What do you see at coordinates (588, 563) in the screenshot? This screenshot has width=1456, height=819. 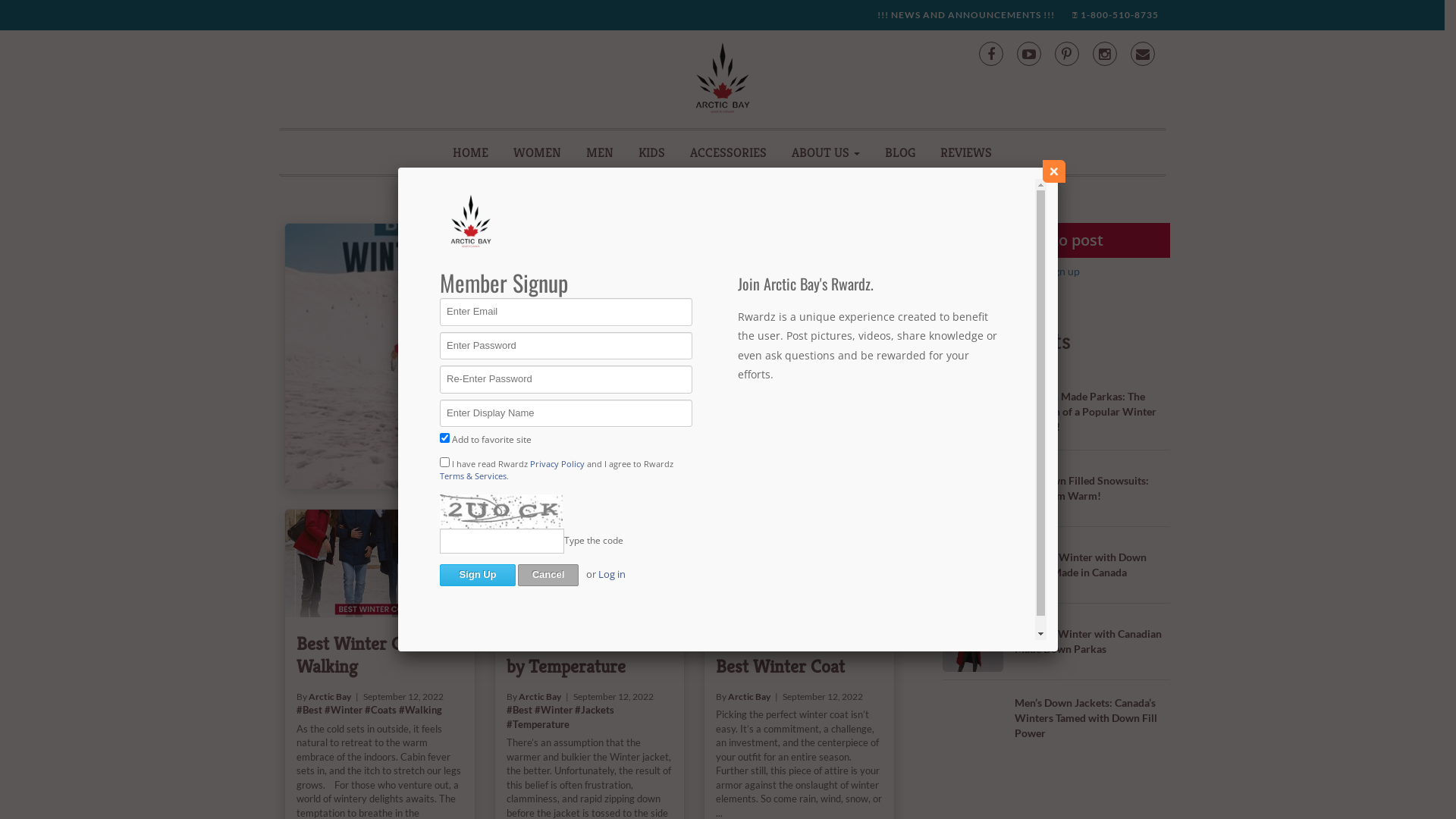 I see `'Best Winter Jackets by Temperature'` at bounding box center [588, 563].